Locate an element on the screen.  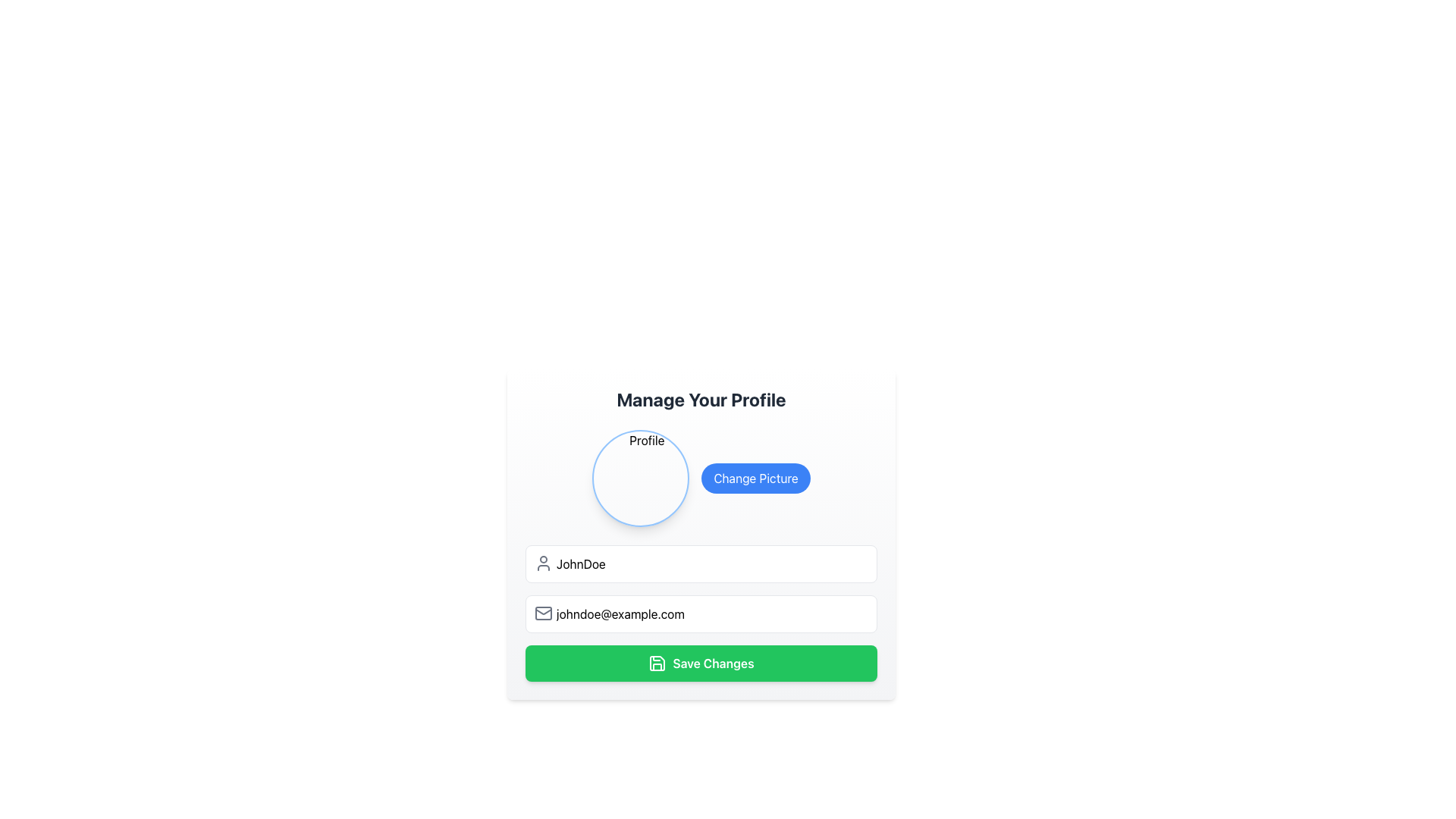
the 'Save Changes' icon located at the leftmost side of the button, adjacent to its label text is located at coordinates (657, 663).